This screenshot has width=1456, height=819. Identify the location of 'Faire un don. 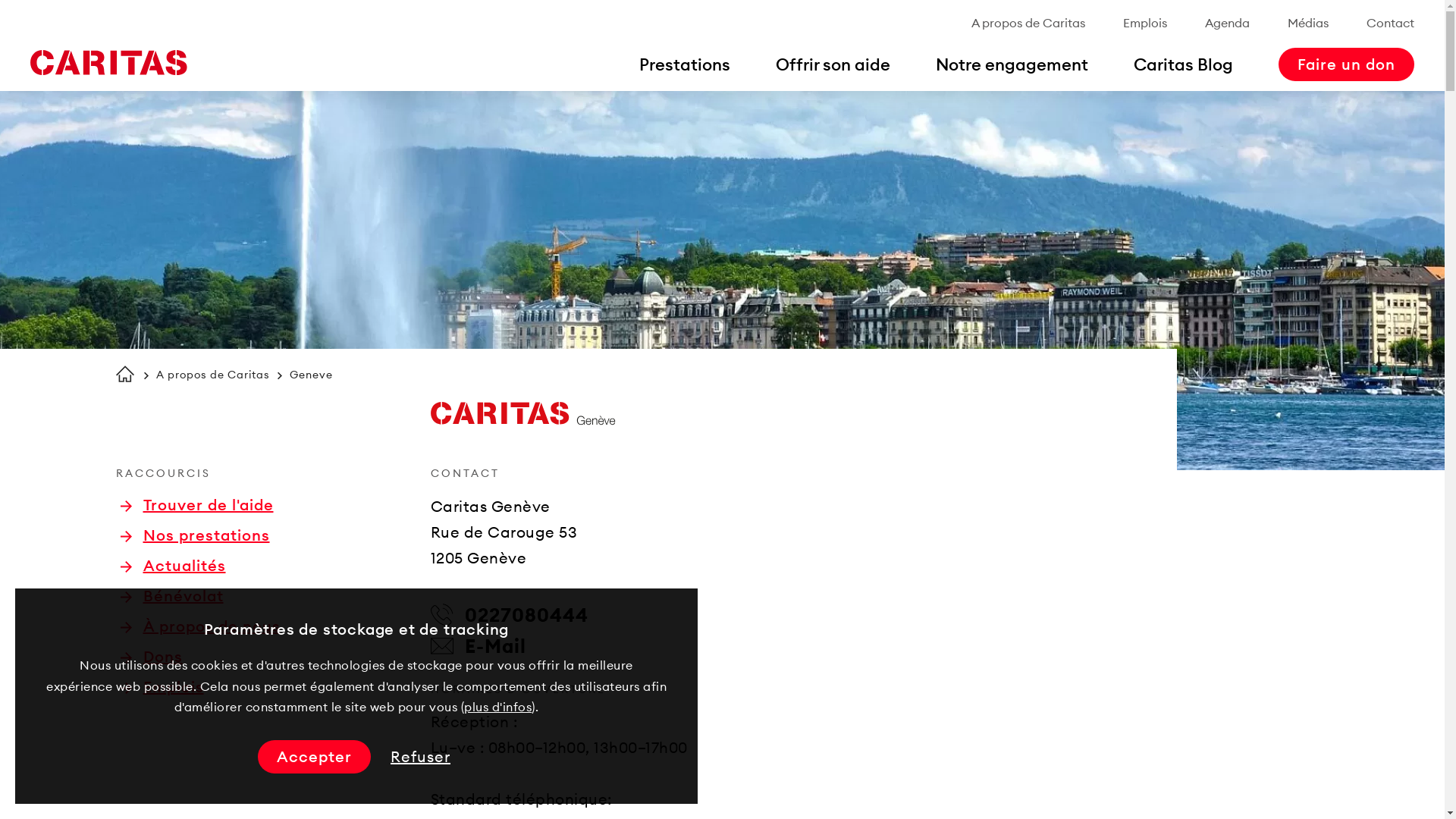
(1346, 63).